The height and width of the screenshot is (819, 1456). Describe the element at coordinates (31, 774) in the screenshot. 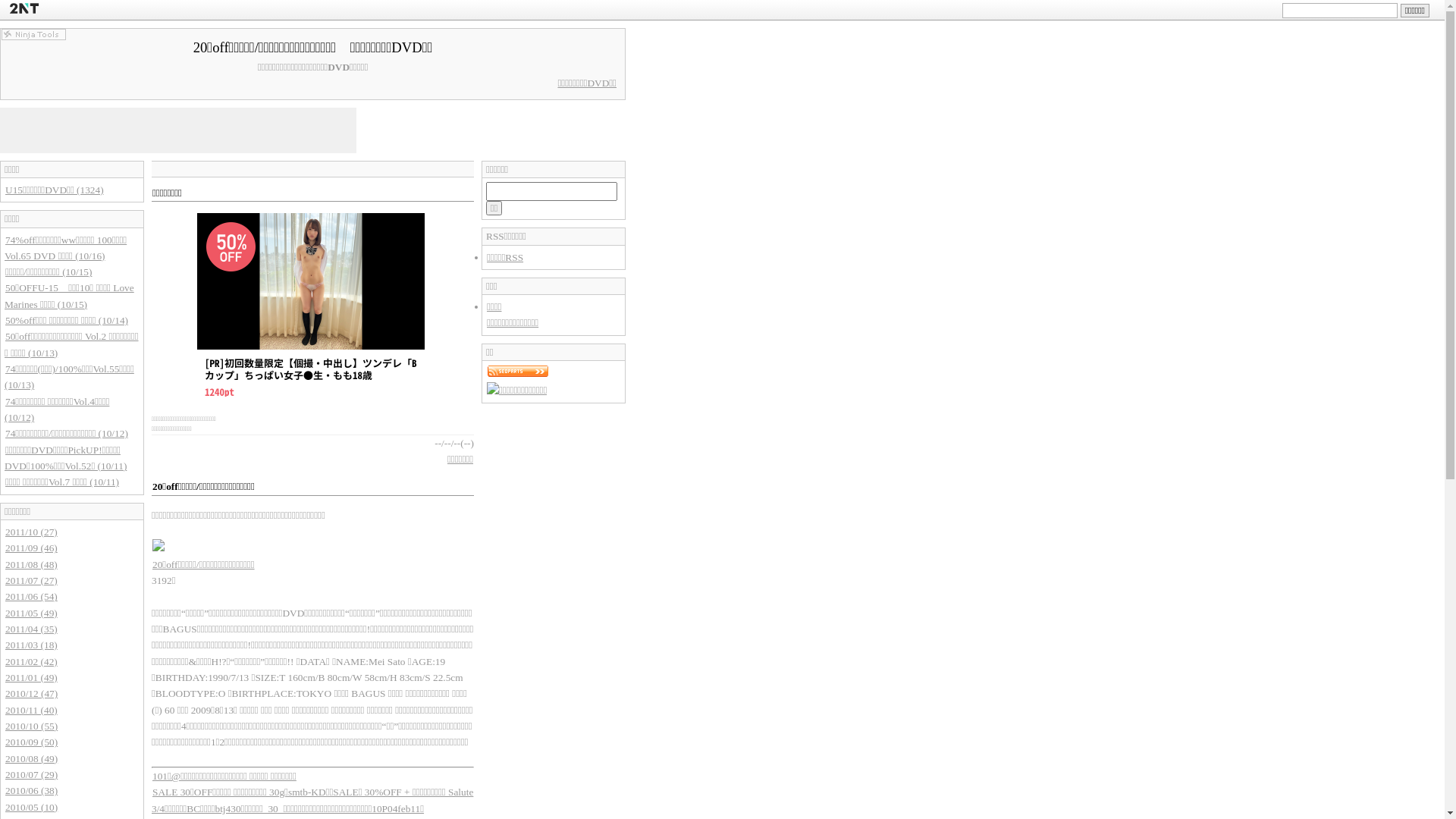

I see `'2010/07 (29)'` at that location.